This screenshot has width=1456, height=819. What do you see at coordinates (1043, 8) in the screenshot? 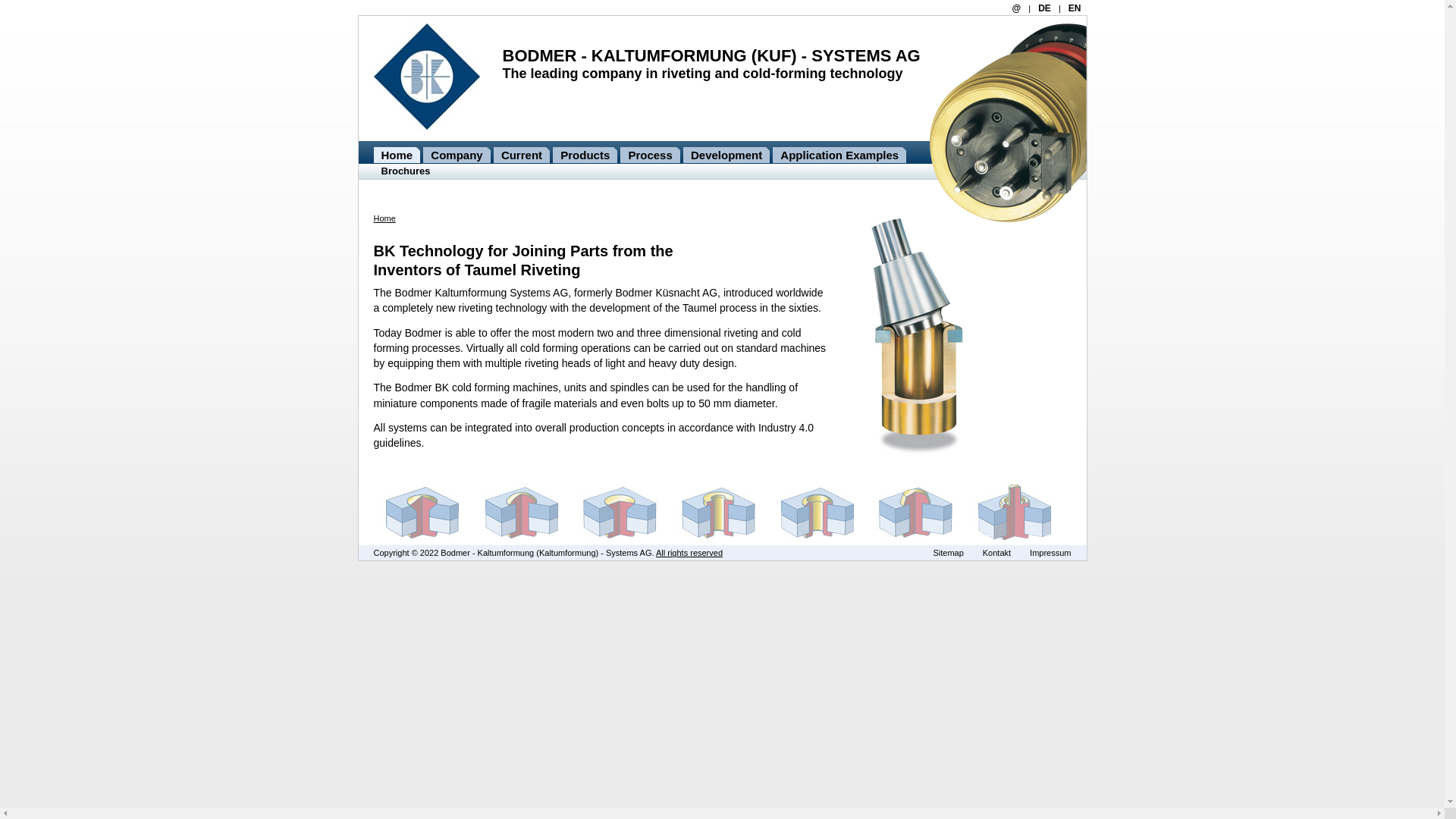
I see `'DE'` at bounding box center [1043, 8].